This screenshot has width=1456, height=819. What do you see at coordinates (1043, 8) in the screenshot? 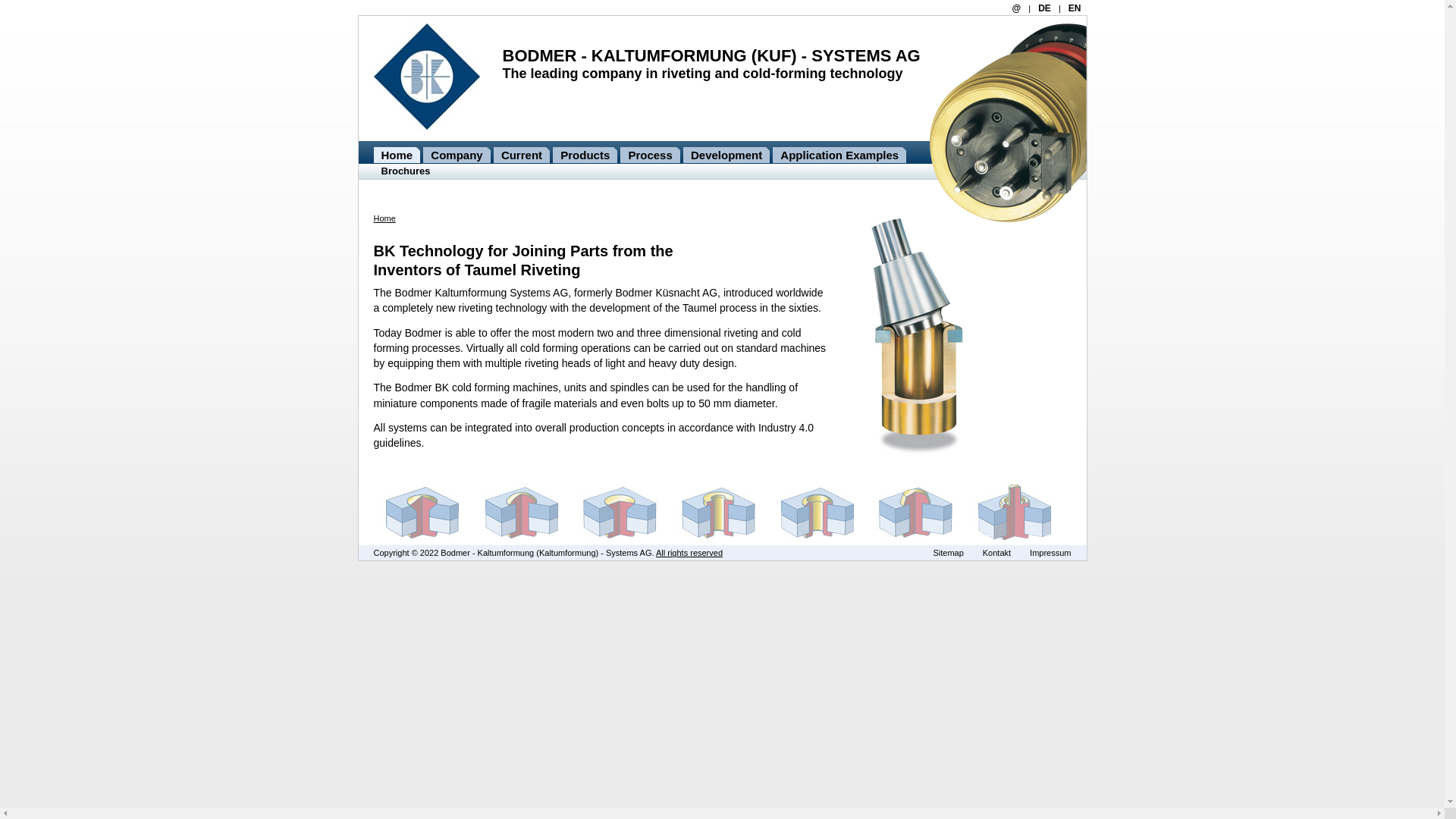
I see `'DE'` at bounding box center [1043, 8].